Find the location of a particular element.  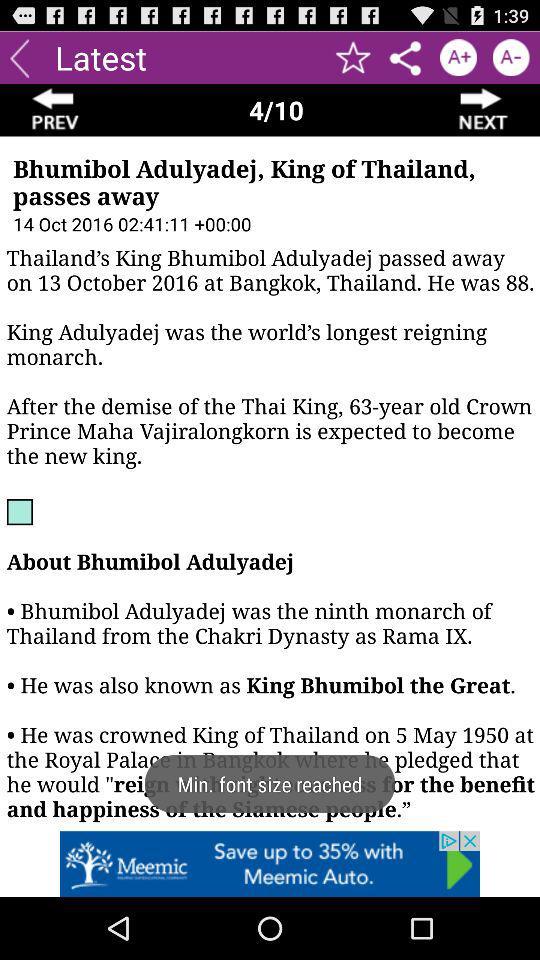

share the article is located at coordinates (405, 56).